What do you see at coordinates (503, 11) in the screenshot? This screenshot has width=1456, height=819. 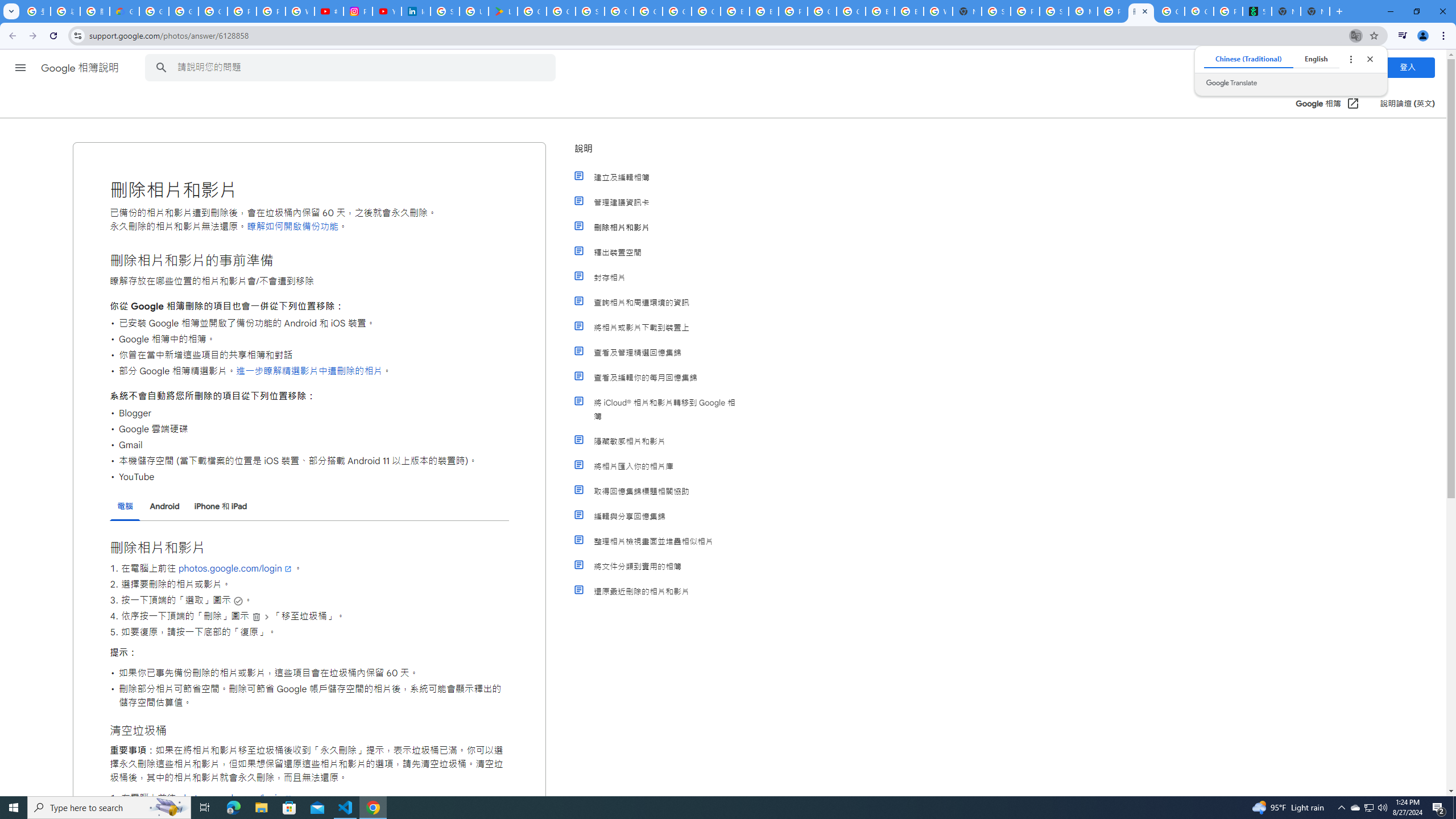 I see `'Last Shelter: Survival - Apps on Google Play'` at bounding box center [503, 11].